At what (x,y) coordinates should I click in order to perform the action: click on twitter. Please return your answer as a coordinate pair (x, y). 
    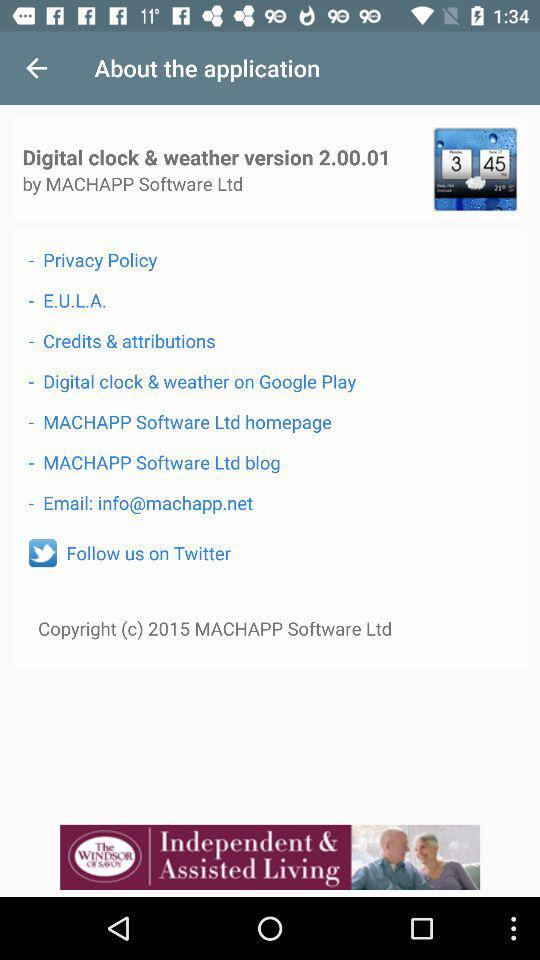
    Looking at the image, I should click on (42, 553).